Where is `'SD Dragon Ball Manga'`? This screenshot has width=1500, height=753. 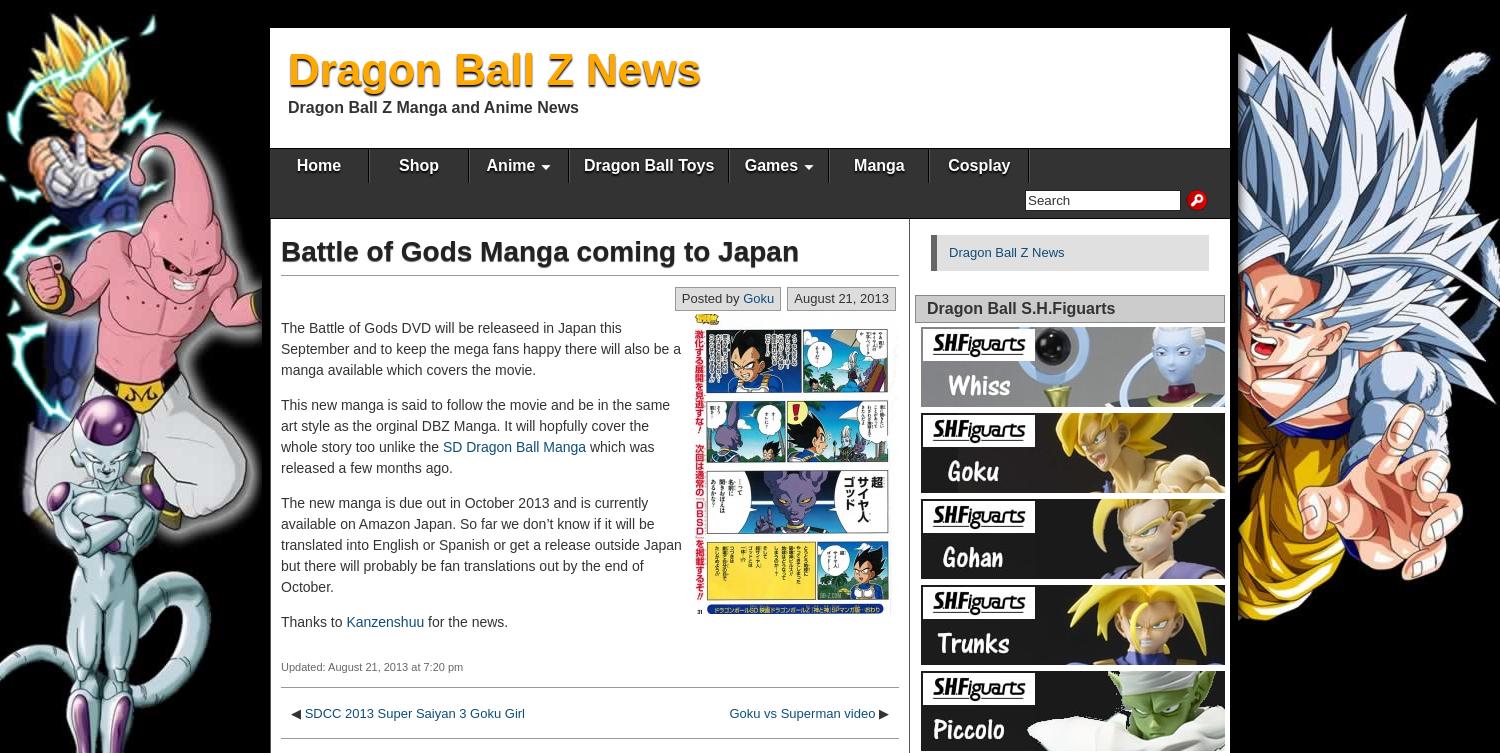
'SD Dragon Ball Manga' is located at coordinates (514, 445).